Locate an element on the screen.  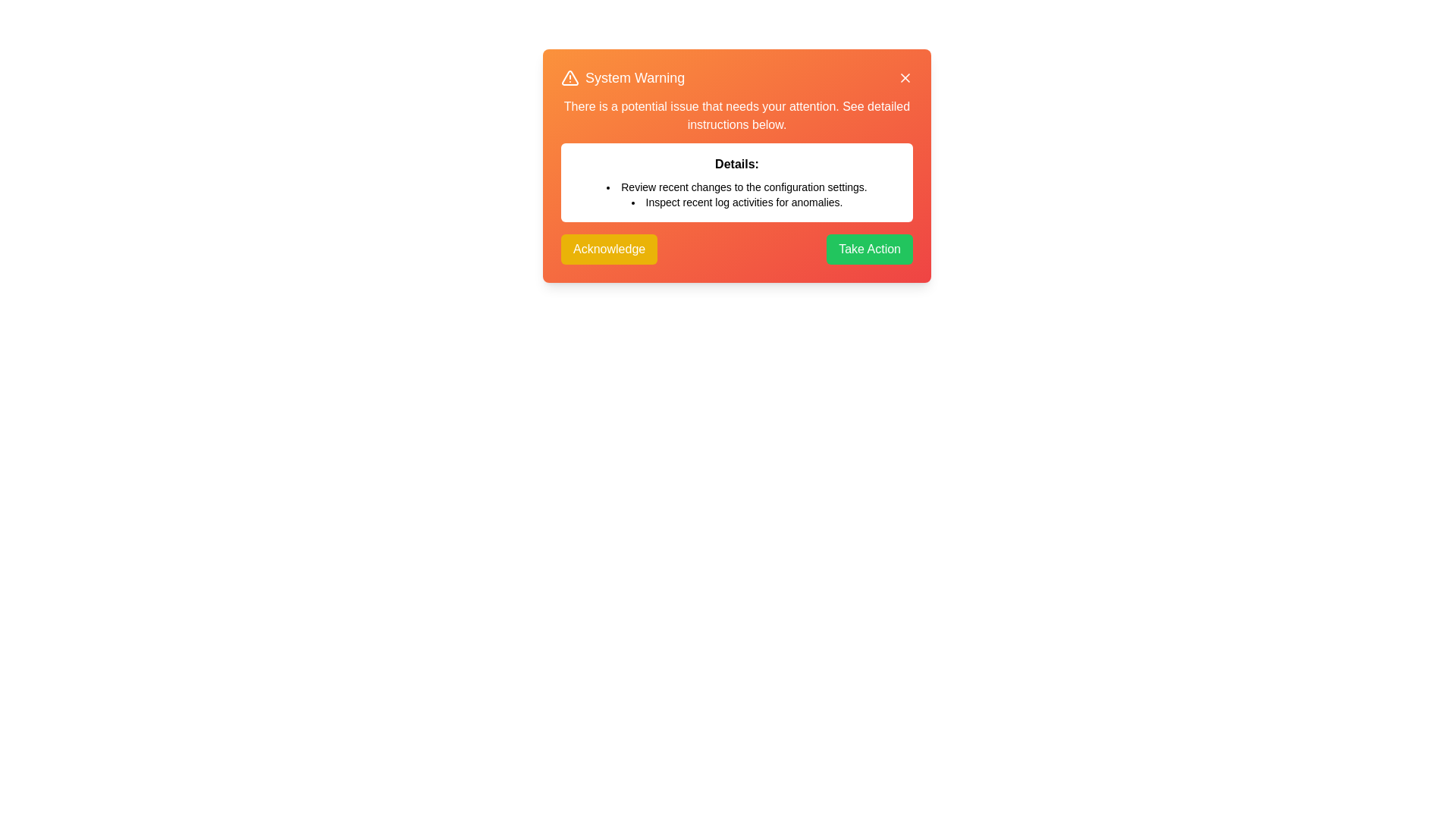
the 'System Warning' text label located at the top-left corner of the notification panel, which is prominently displayed in a medium-sized font against a vivid orange gradient background is located at coordinates (635, 78).